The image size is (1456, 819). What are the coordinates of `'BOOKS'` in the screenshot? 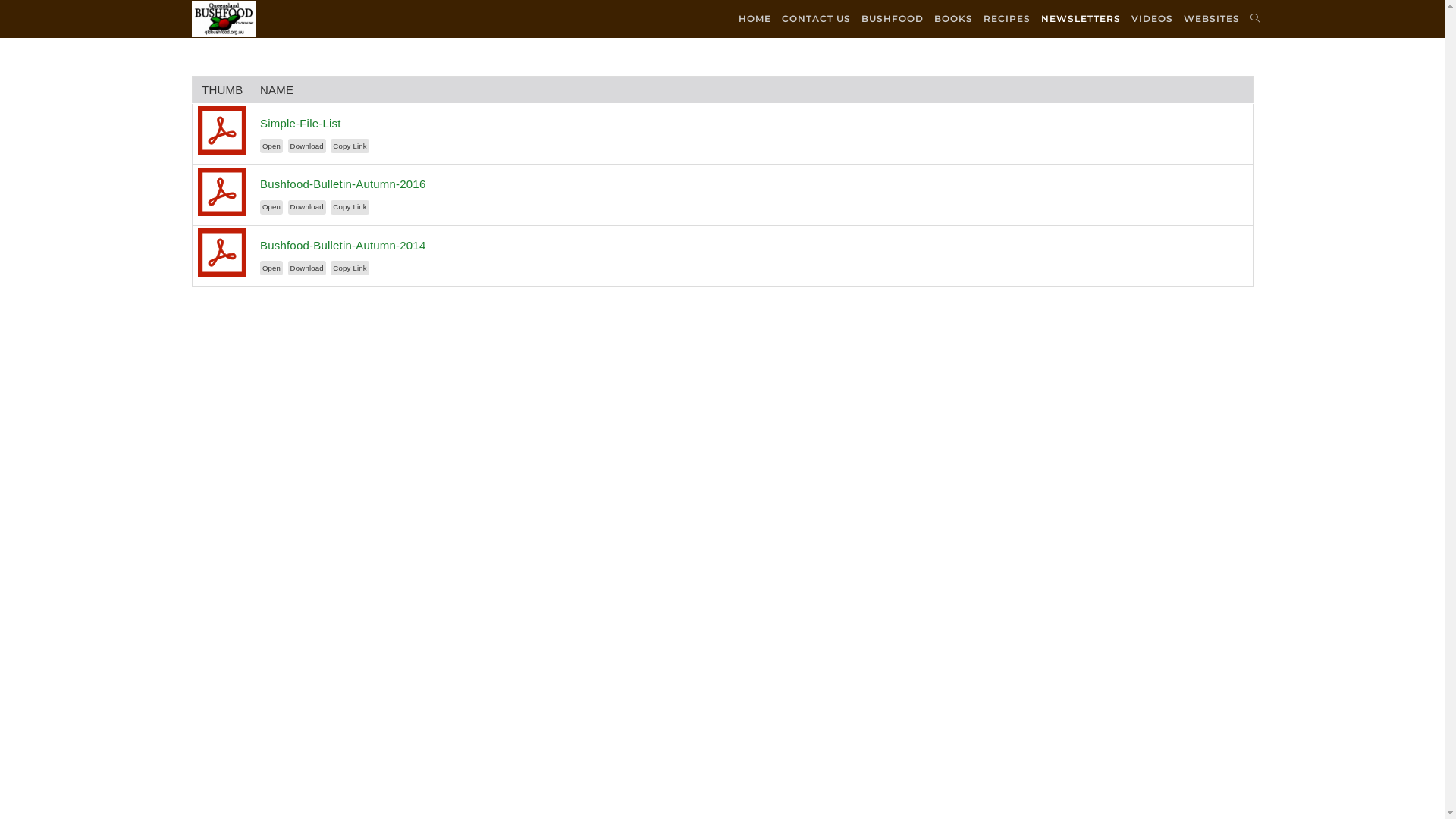 It's located at (952, 18).